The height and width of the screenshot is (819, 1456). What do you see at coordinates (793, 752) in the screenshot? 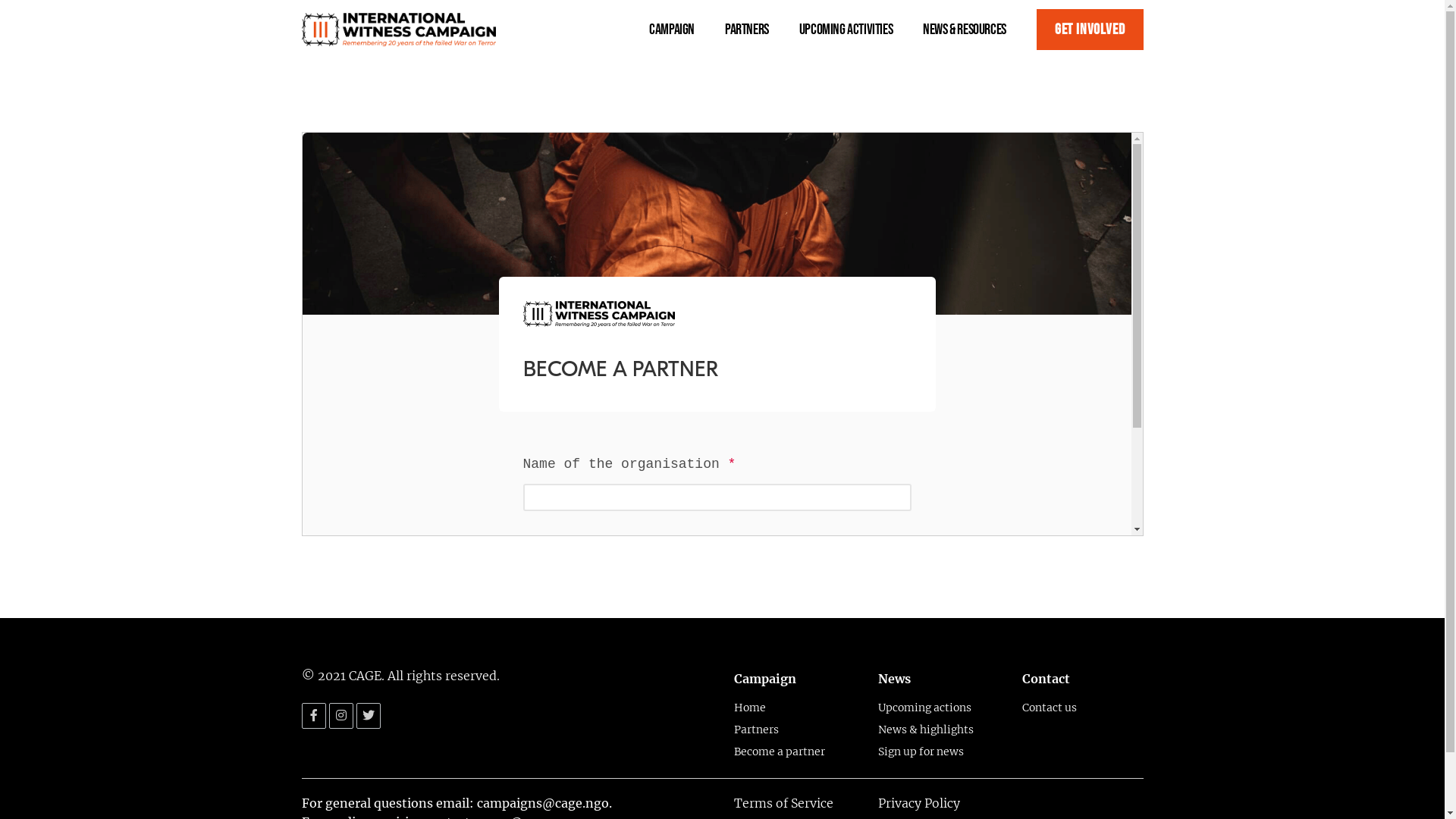
I see `'Become a partner'` at bounding box center [793, 752].